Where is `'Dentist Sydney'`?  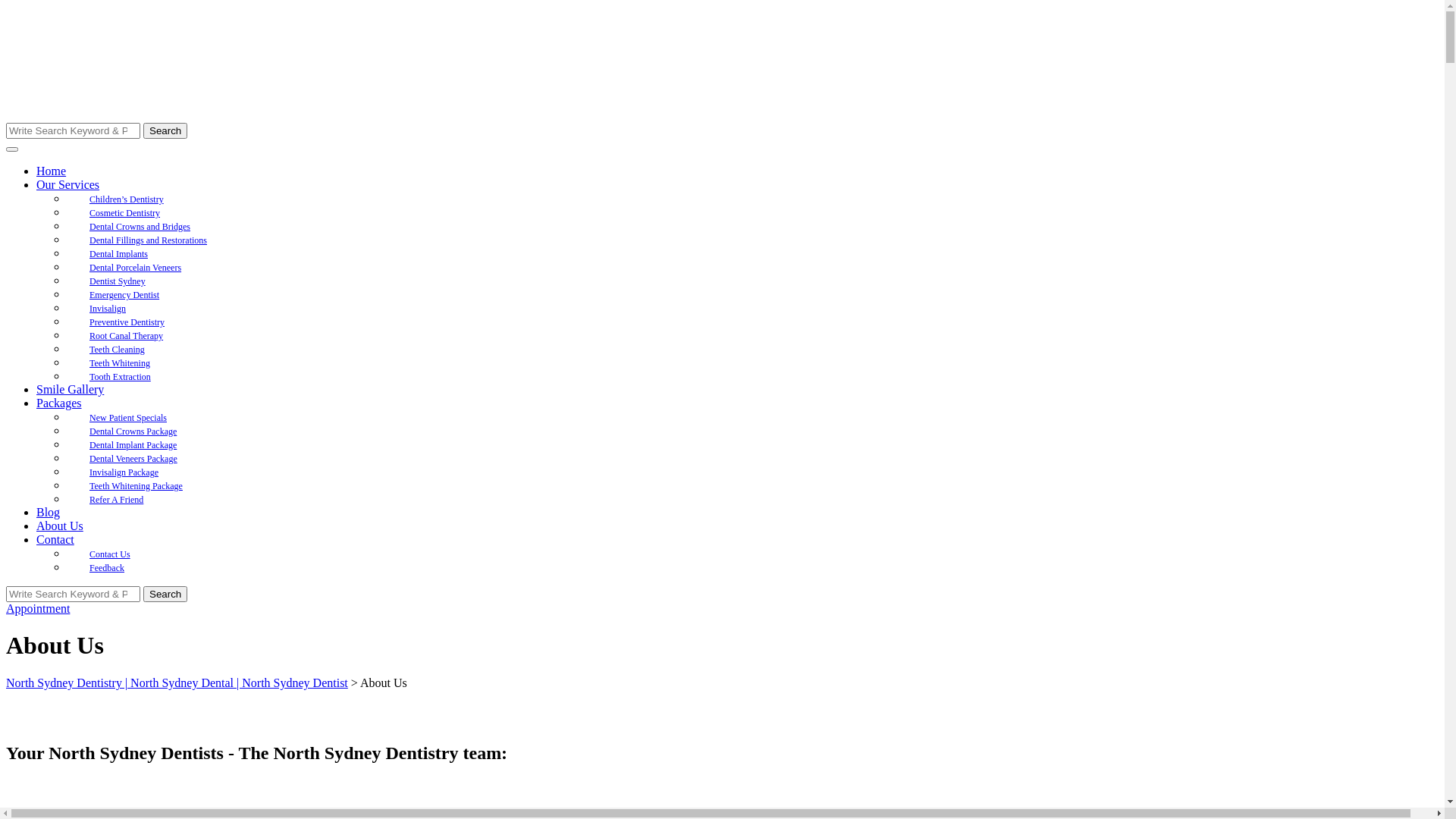 'Dentist Sydney' is located at coordinates (116, 281).